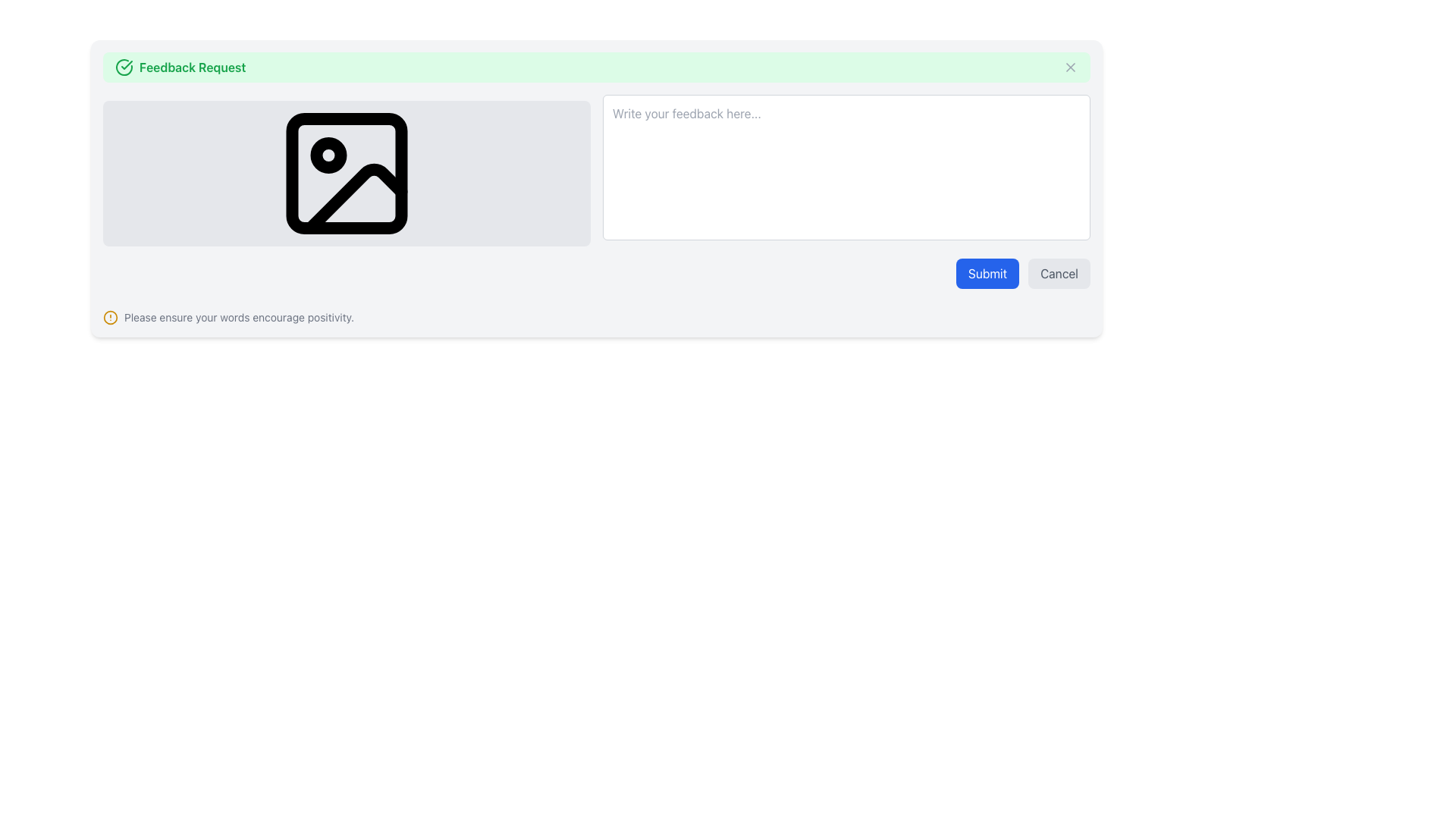  I want to click on the 'Submit' button, which has a blue background and white text, so click(987, 274).